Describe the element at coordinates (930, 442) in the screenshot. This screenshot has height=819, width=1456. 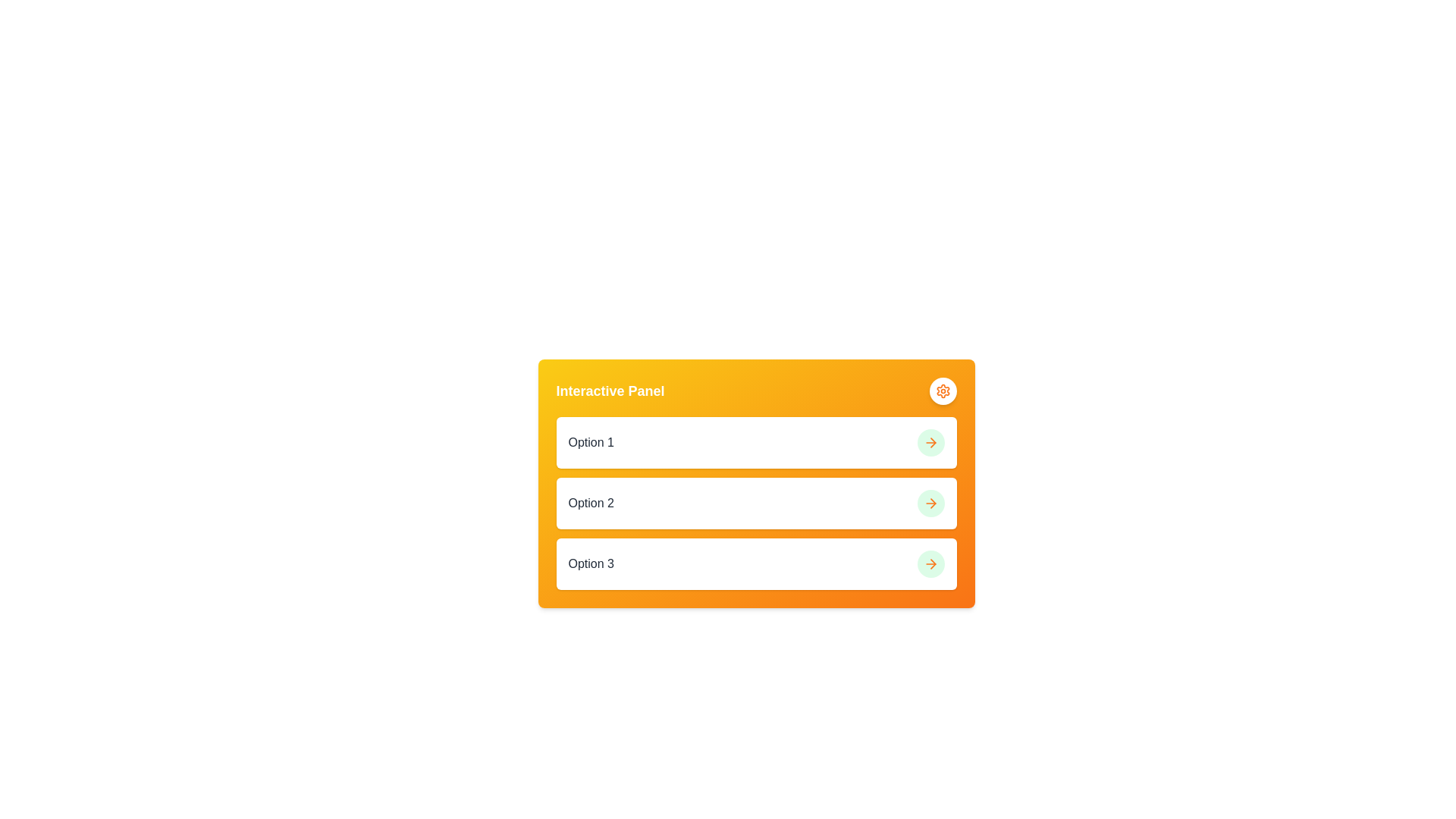
I see `the button at the right end of the 'Option 1' row` at that location.